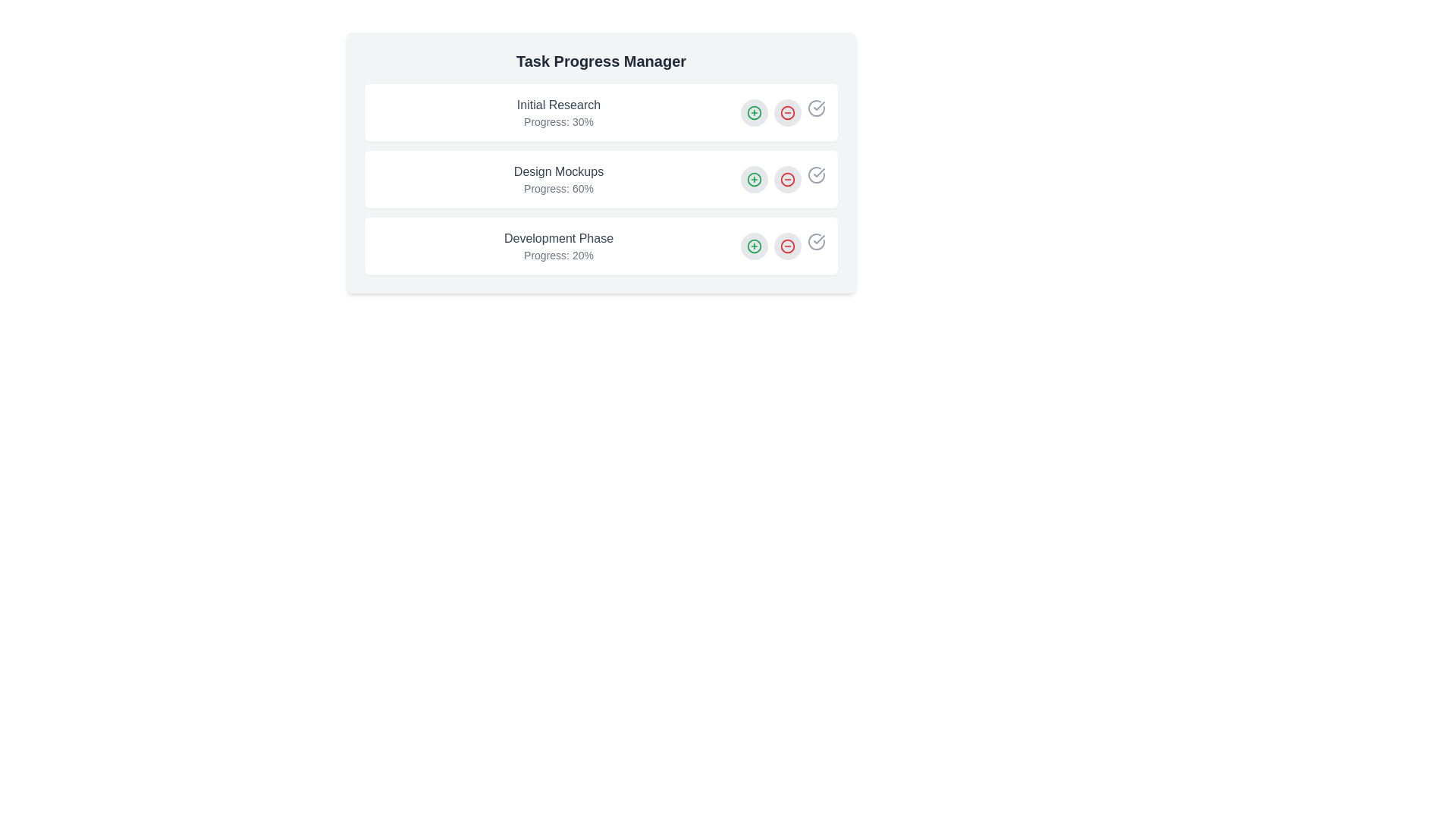 The width and height of the screenshot is (1456, 819). What do you see at coordinates (600, 163) in the screenshot?
I see `the minus icon to decrease progress in the 'Design Mockups' section of the Task Progress Manager` at bounding box center [600, 163].